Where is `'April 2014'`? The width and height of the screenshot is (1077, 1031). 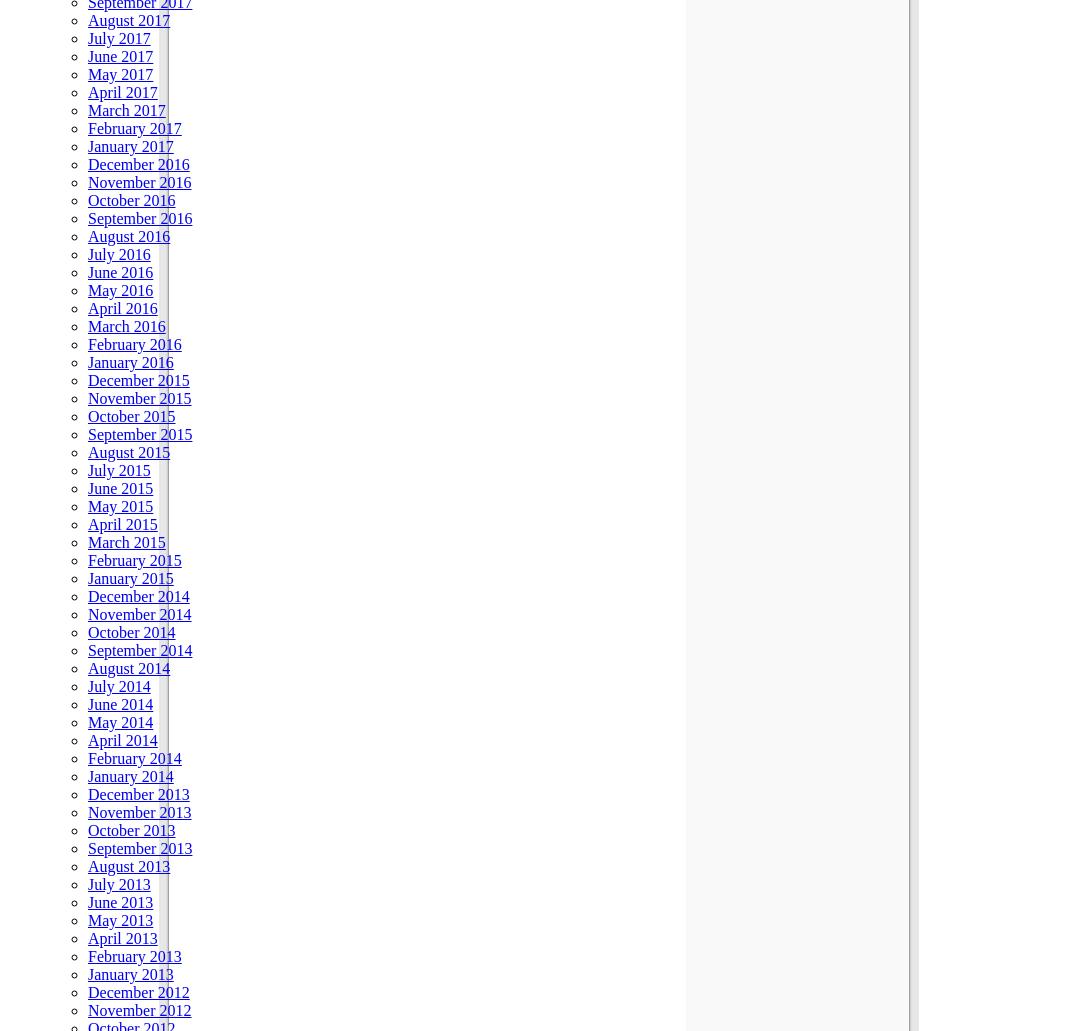 'April 2014' is located at coordinates (121, 738).